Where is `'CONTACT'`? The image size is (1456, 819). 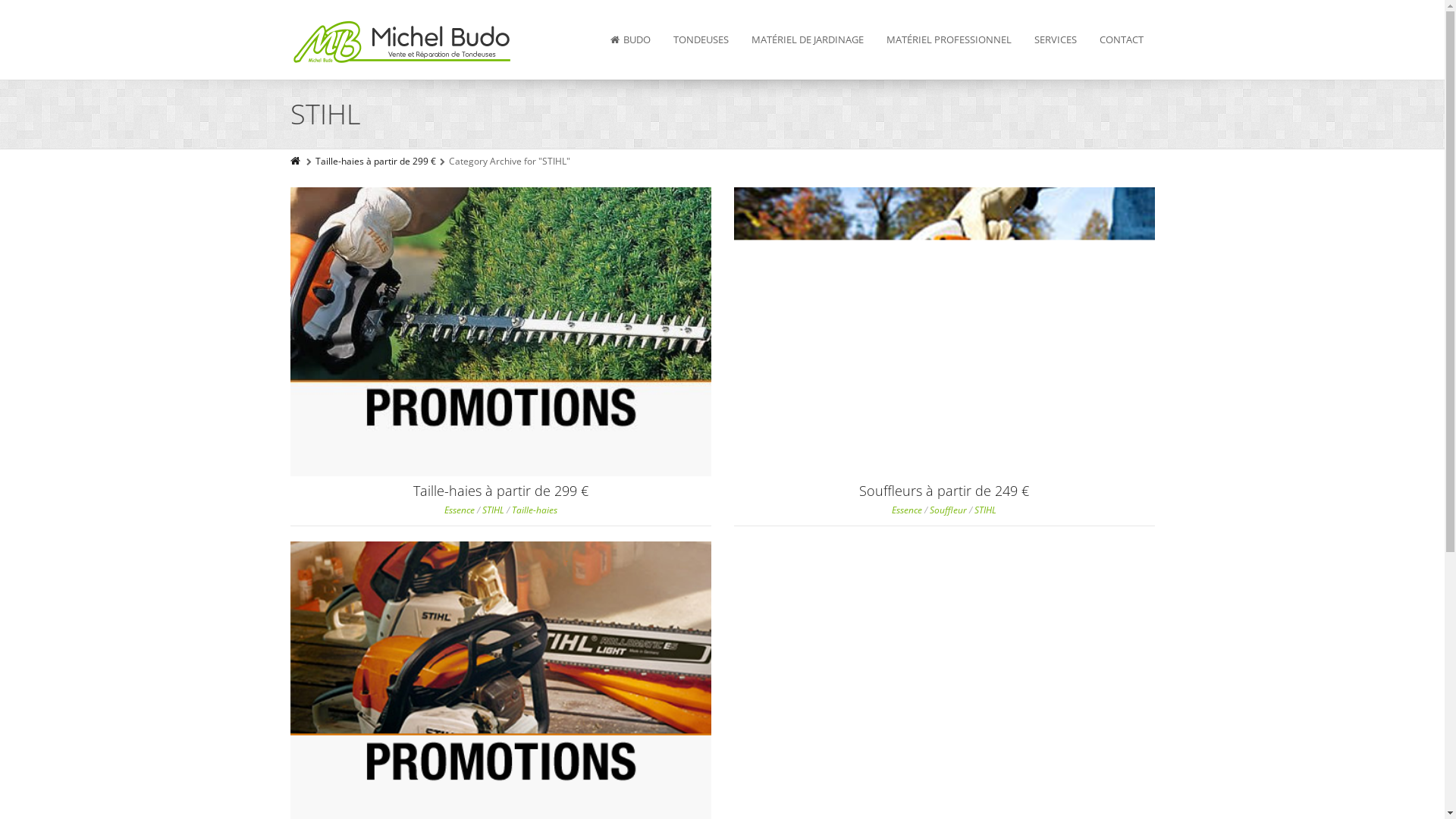 'CONTACT' is located at coordinates (1121, 38).